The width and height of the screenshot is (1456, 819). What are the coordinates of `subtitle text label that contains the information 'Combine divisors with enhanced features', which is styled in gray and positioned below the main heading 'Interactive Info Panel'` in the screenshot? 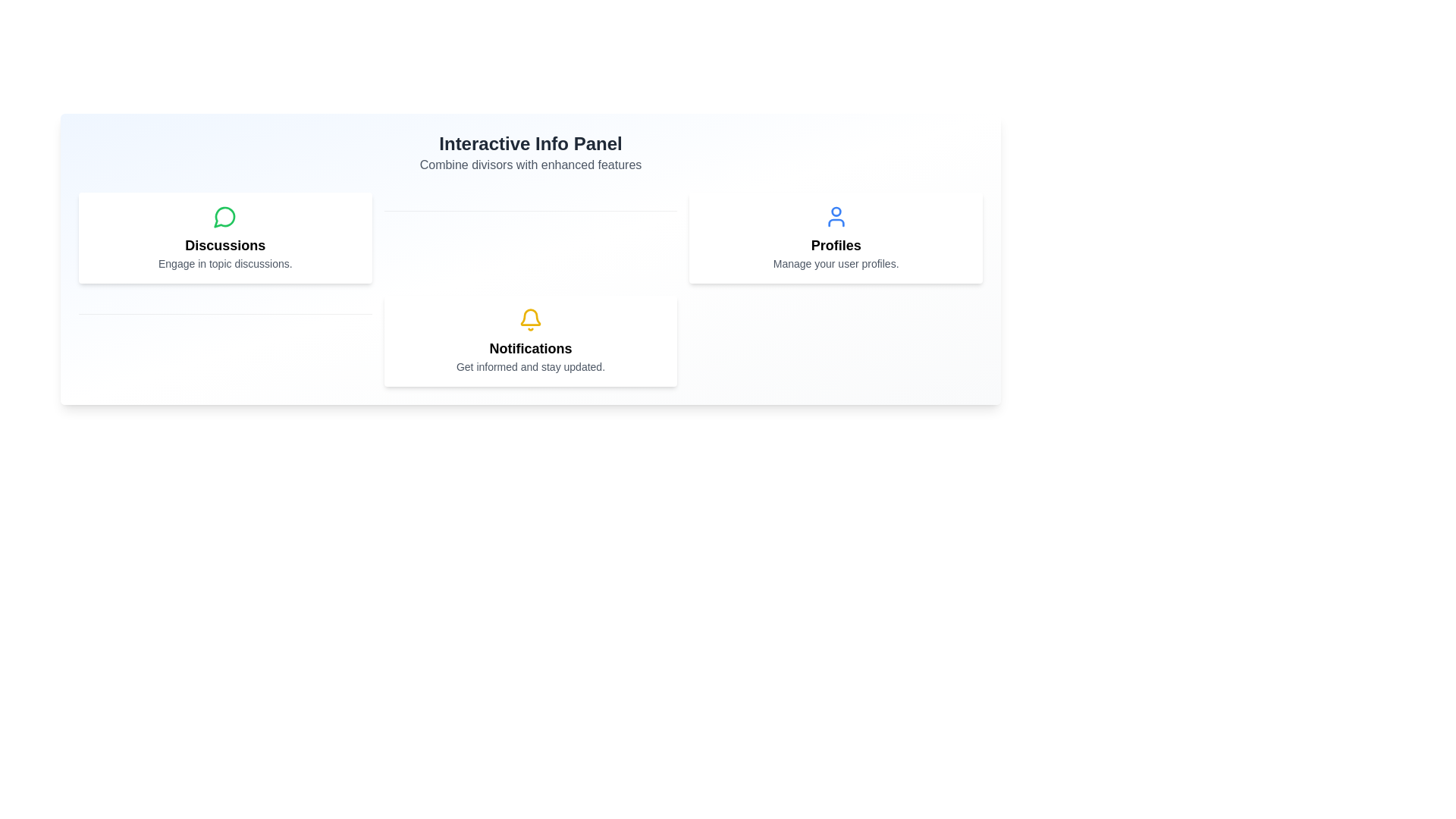 It's located at (531, 165).